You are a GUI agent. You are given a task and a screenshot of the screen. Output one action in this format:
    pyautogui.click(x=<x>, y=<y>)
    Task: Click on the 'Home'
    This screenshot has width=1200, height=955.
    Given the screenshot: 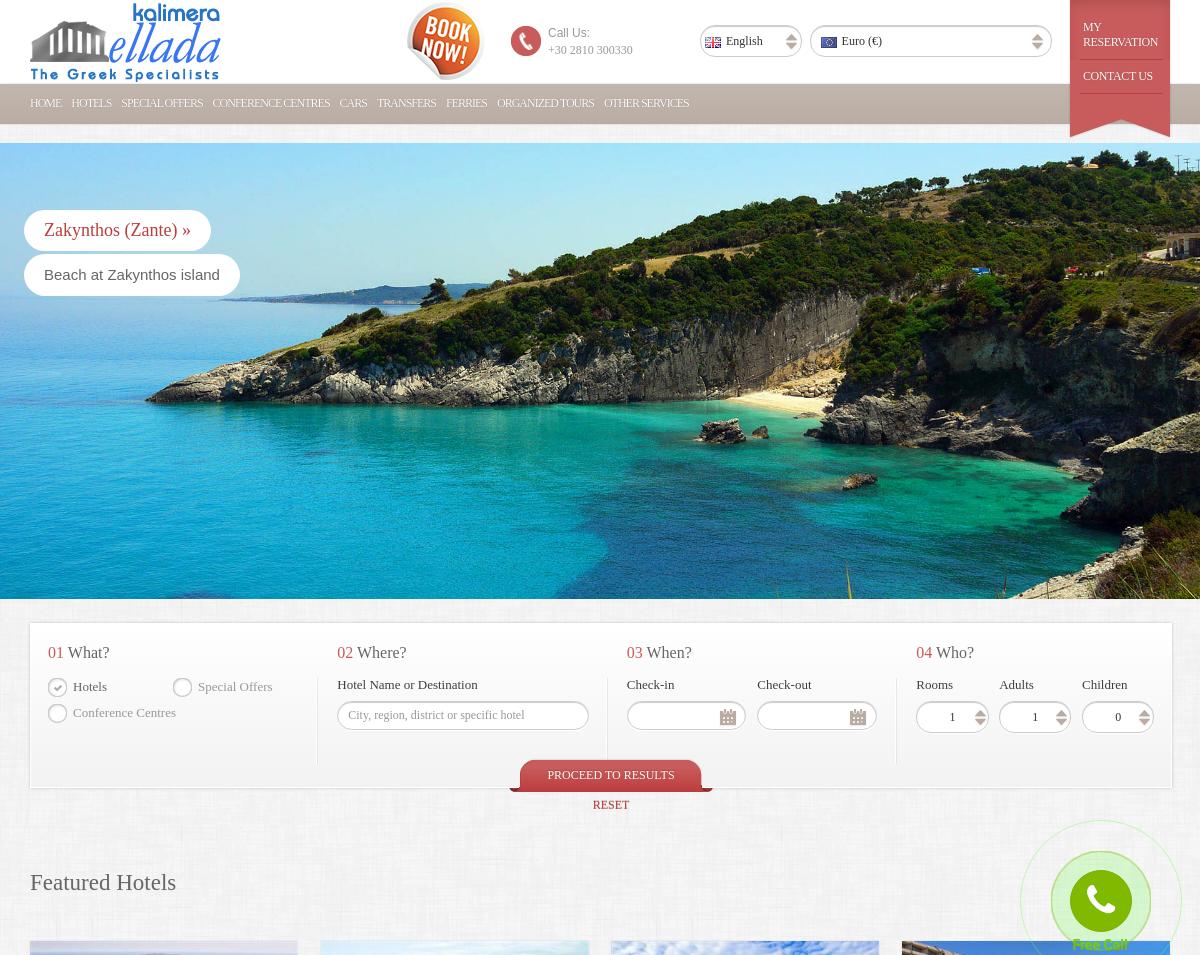 What is the action you would take?
    pyautogui.click(x=45, y=102)
    